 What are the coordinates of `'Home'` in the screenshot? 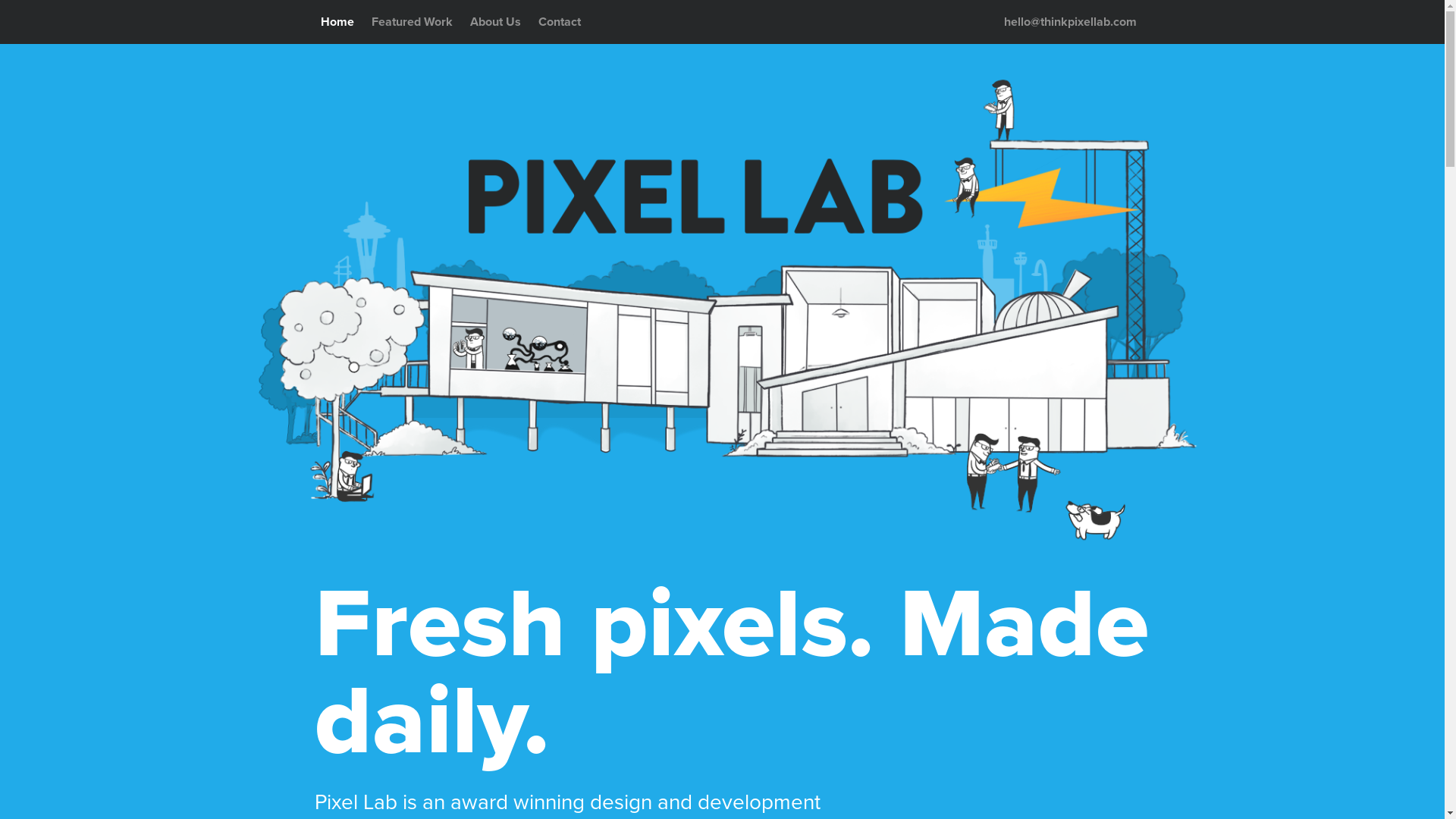 It's located at (336, 22).